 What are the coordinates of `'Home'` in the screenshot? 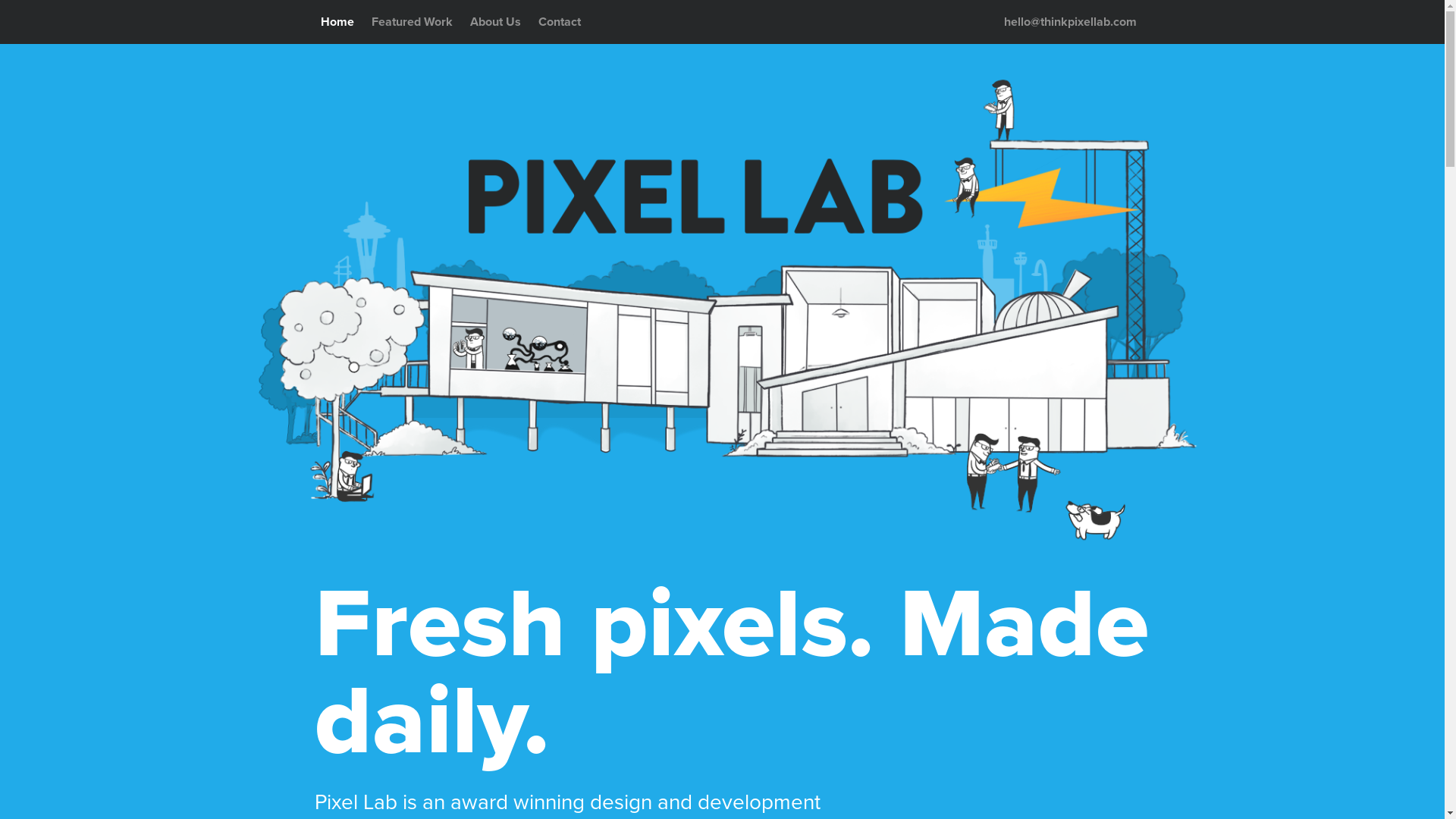 It's located at (336, 22).